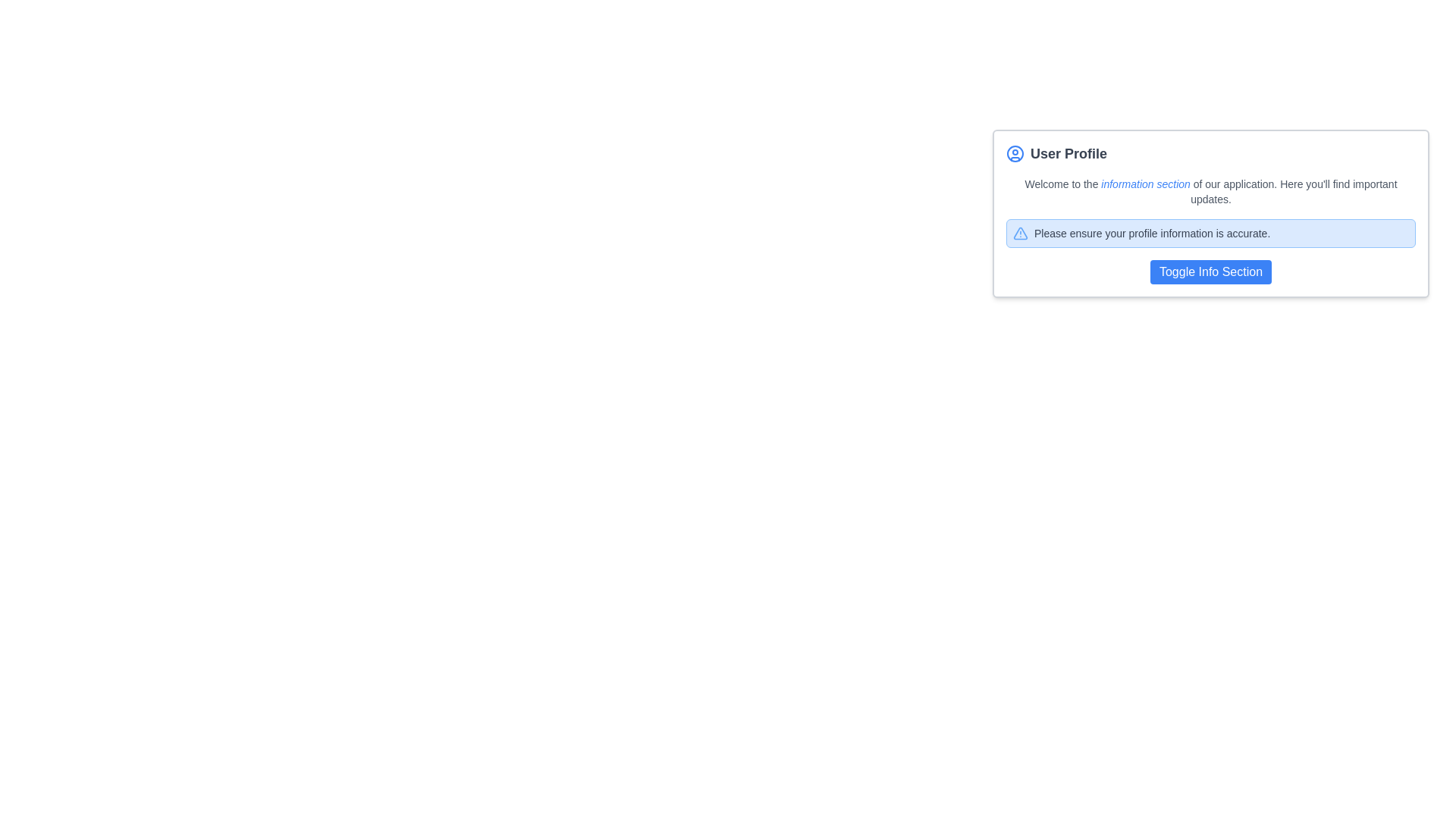 This screenshot has height=819, width=1456. I want to click on the 'information section' text located below the 'User Profile' header, so click(1210, 191).